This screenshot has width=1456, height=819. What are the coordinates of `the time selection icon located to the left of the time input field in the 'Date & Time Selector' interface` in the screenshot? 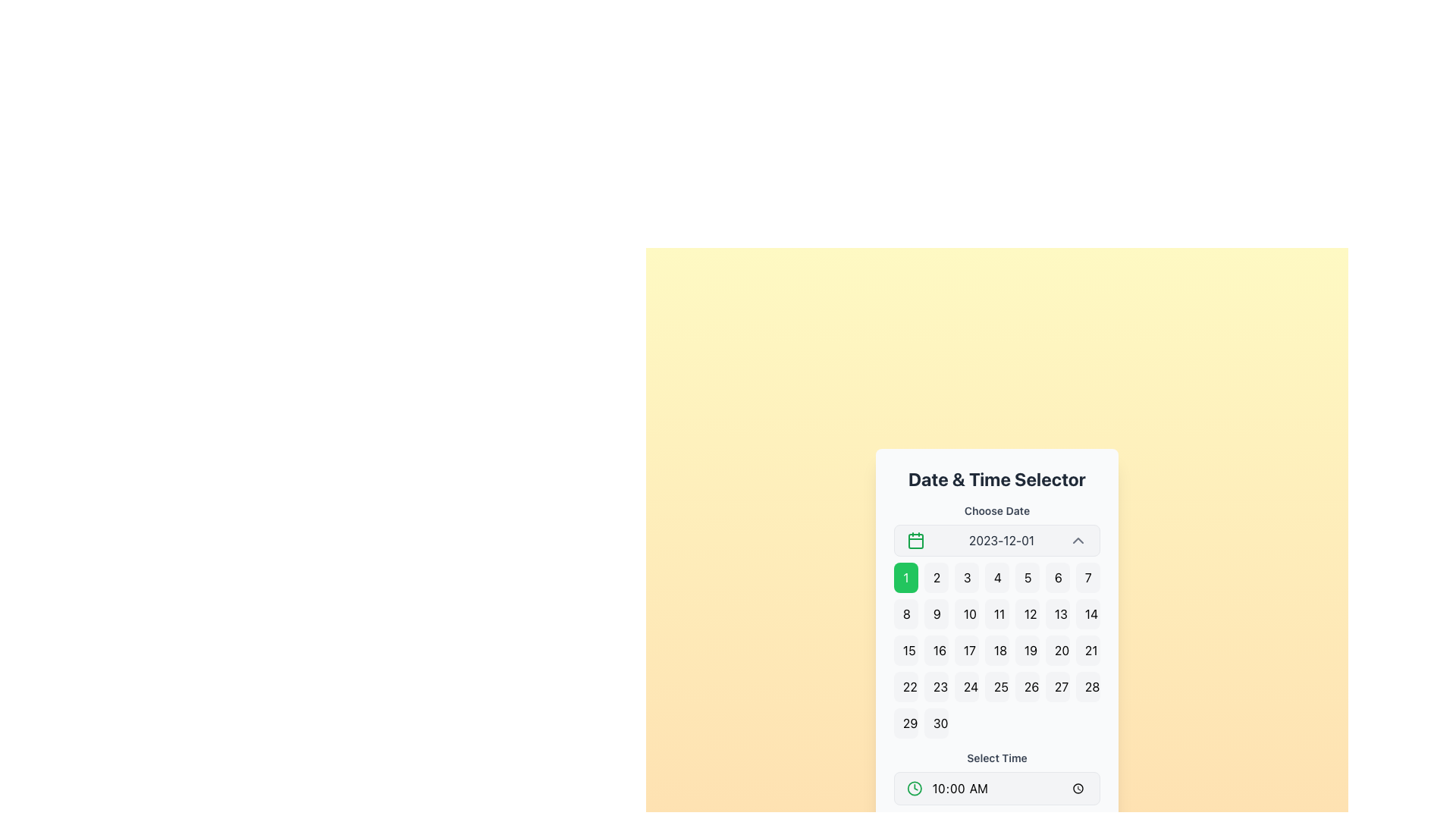 It's located at (914, 788).